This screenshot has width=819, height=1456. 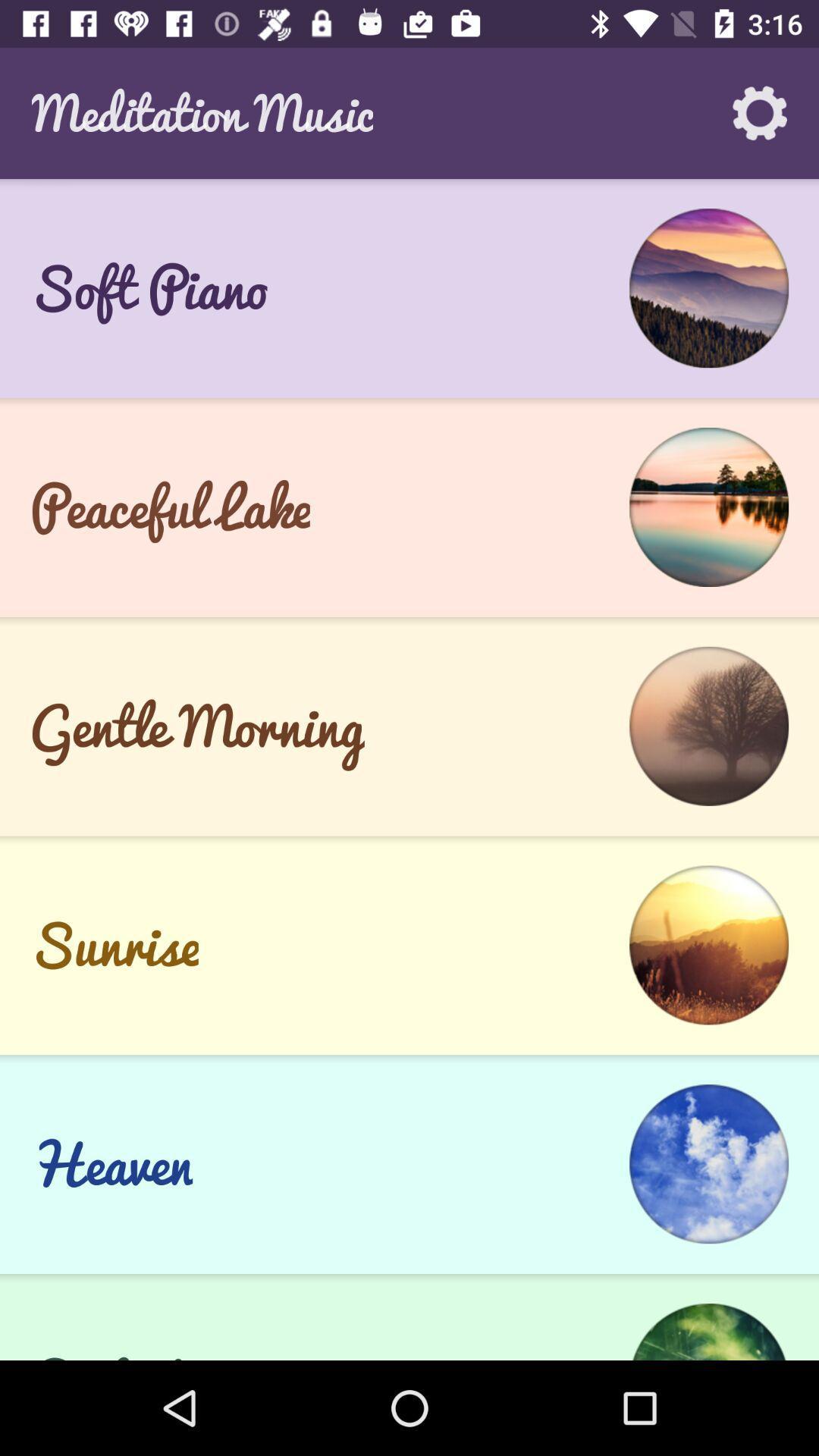 I want to click on the peaceful lake item, so click(x=170, y=507).